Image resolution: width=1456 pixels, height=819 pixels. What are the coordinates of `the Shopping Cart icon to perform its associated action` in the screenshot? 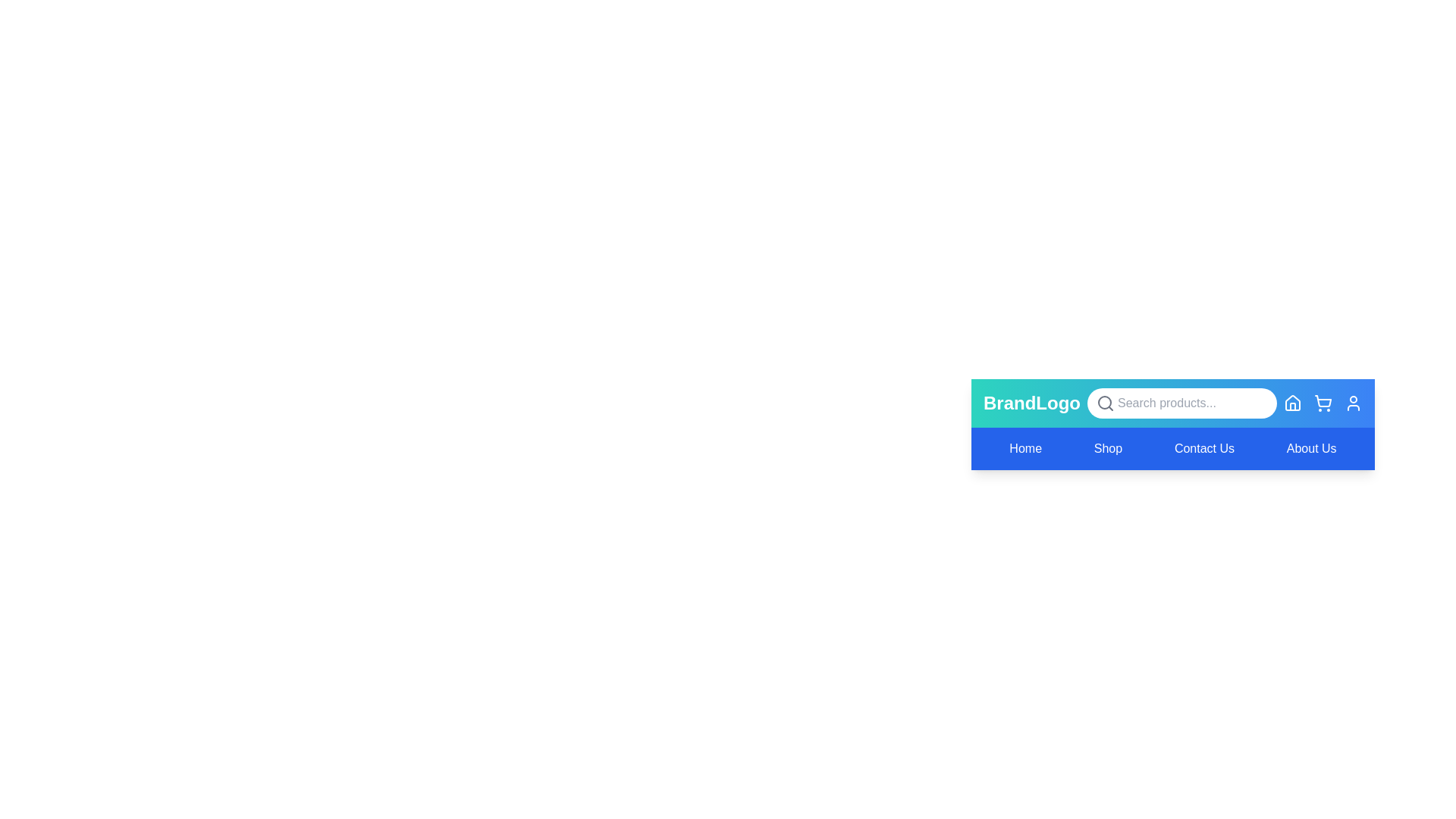 It's located at (1322, 403).